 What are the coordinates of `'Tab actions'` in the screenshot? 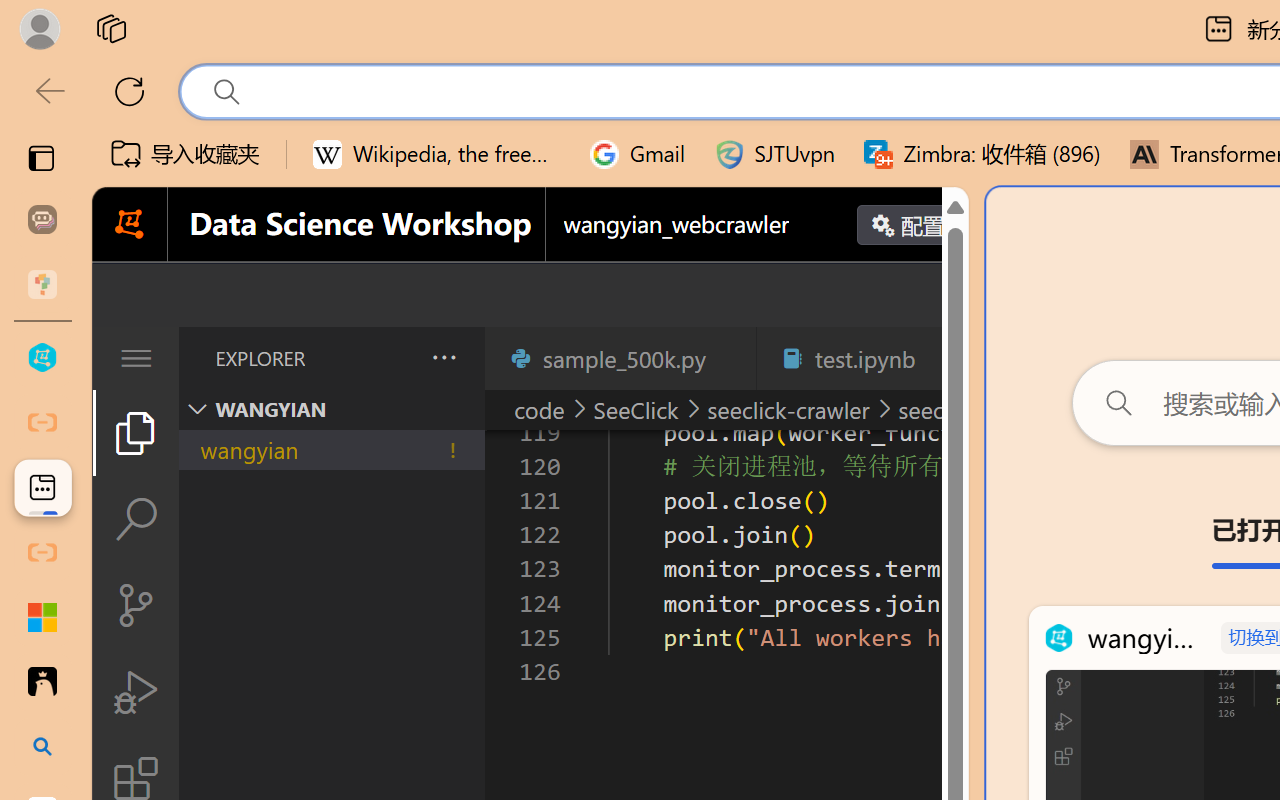 It's located at (944, 358).